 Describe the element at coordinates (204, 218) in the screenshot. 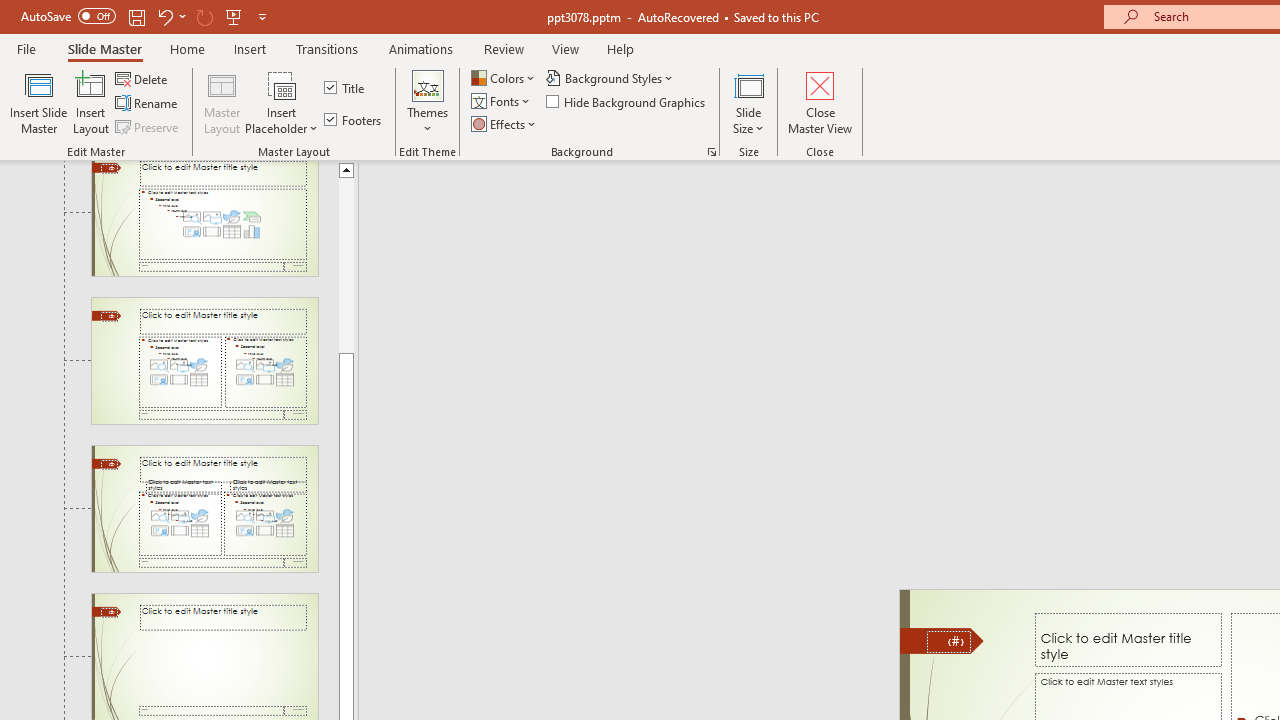

I see `'Slide Title and Content Layout: used by no slides'` at that location.